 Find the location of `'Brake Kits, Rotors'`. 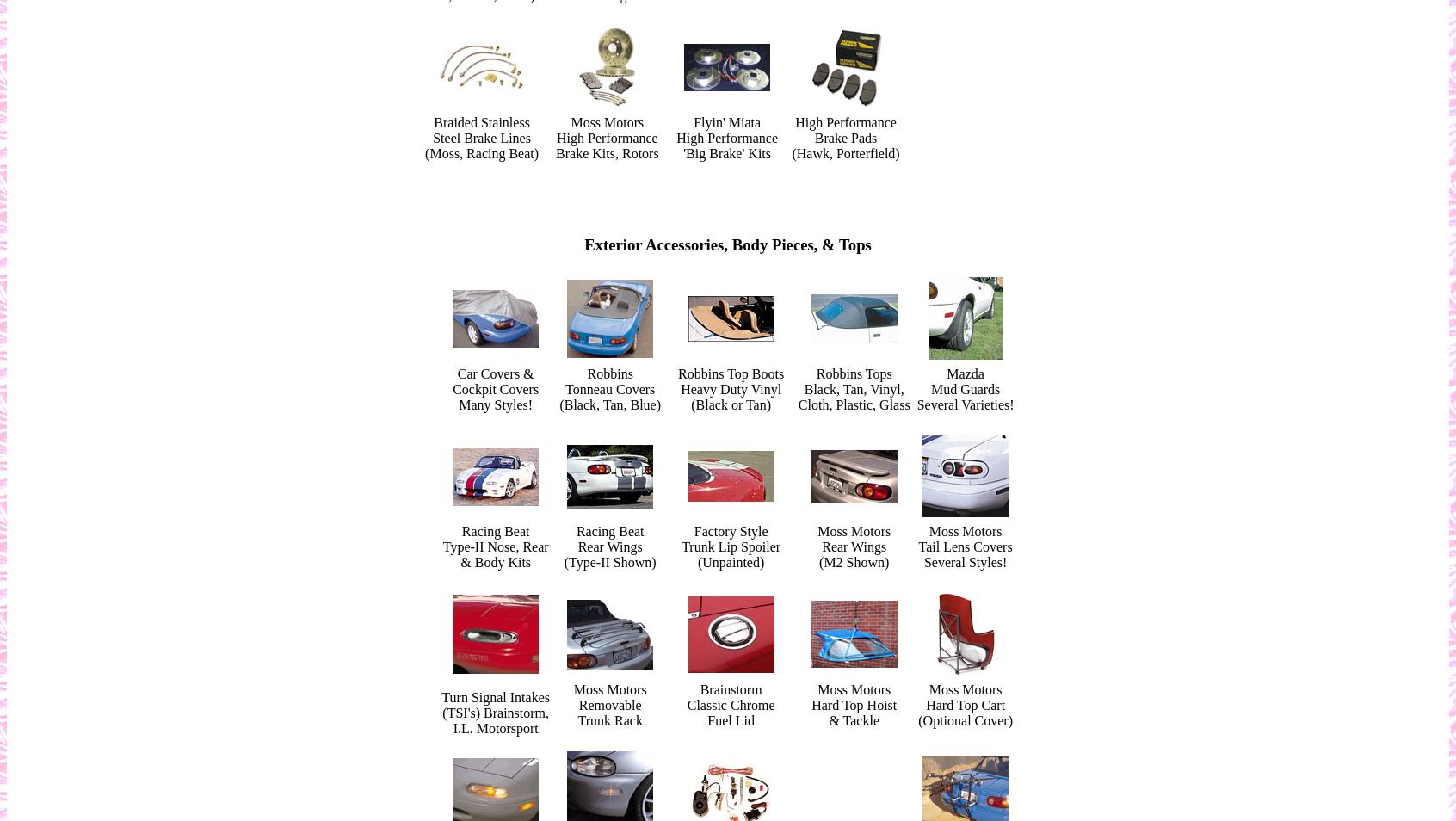

'Brake Kits, Rotors' is located at coordinates (556, 152).